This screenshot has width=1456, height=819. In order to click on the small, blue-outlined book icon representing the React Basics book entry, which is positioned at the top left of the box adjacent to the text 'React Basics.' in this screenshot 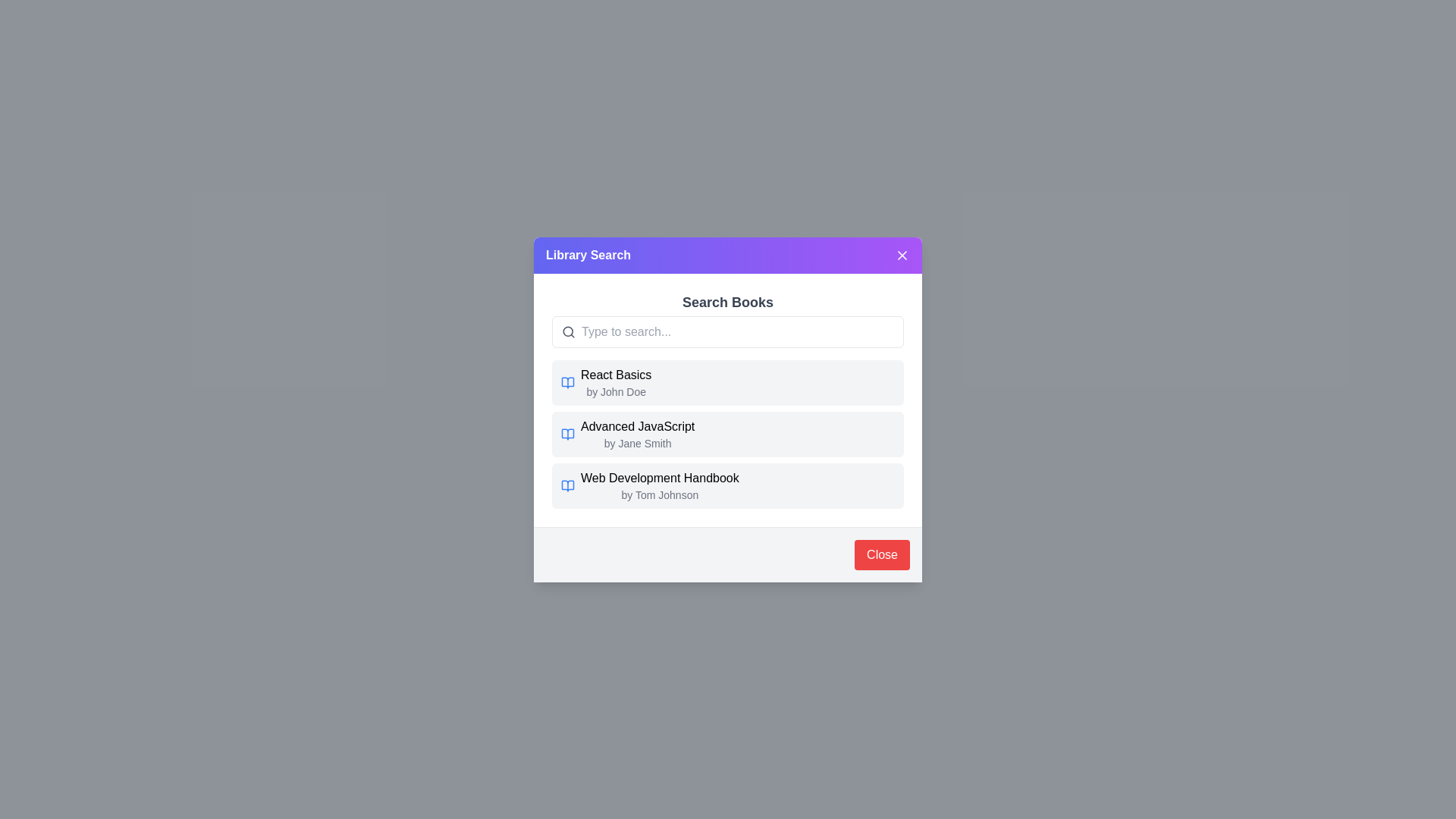, I will do `click(566, 381)`.